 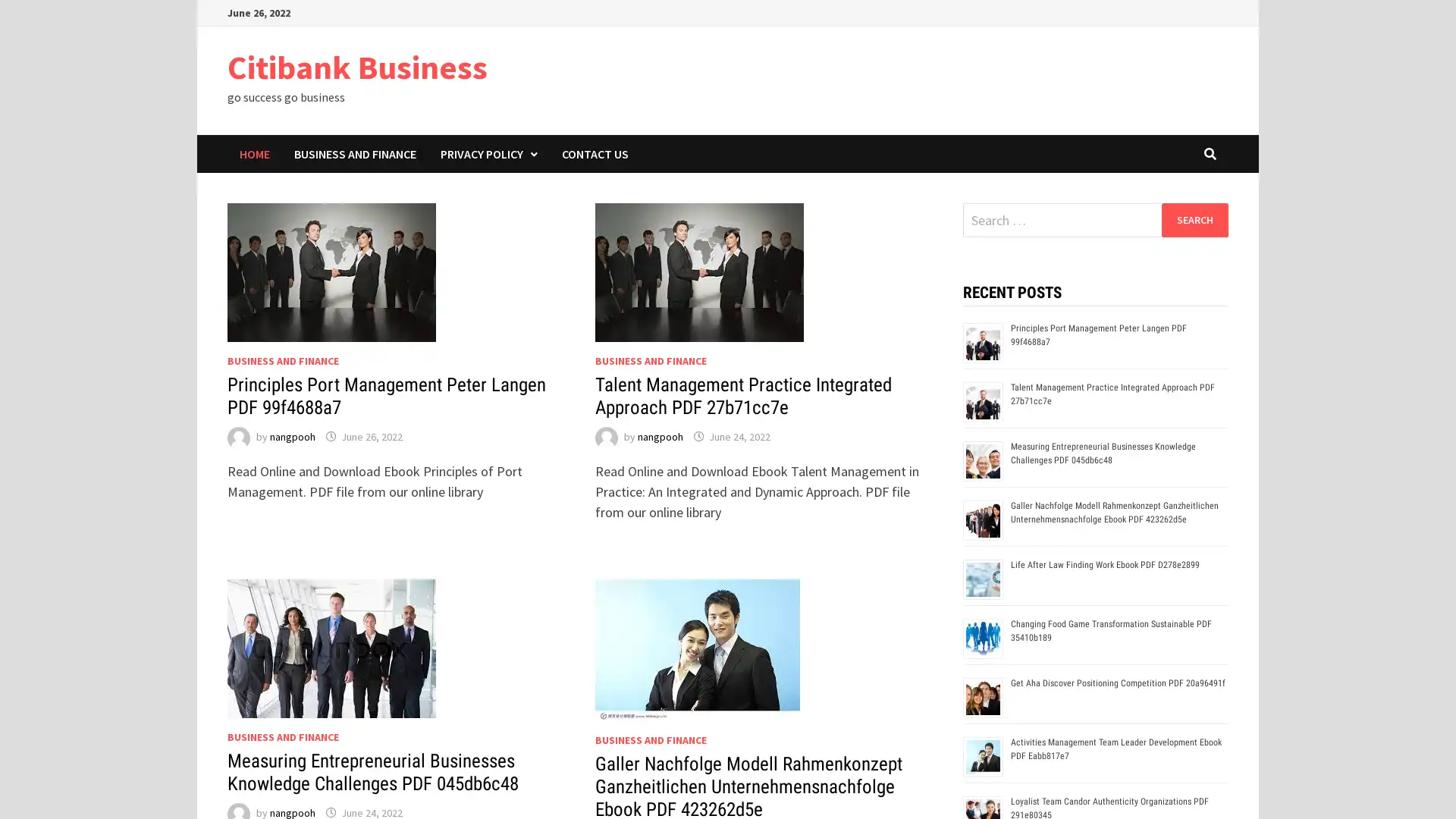 I want to click on Search, so click(x=1194, y=219).